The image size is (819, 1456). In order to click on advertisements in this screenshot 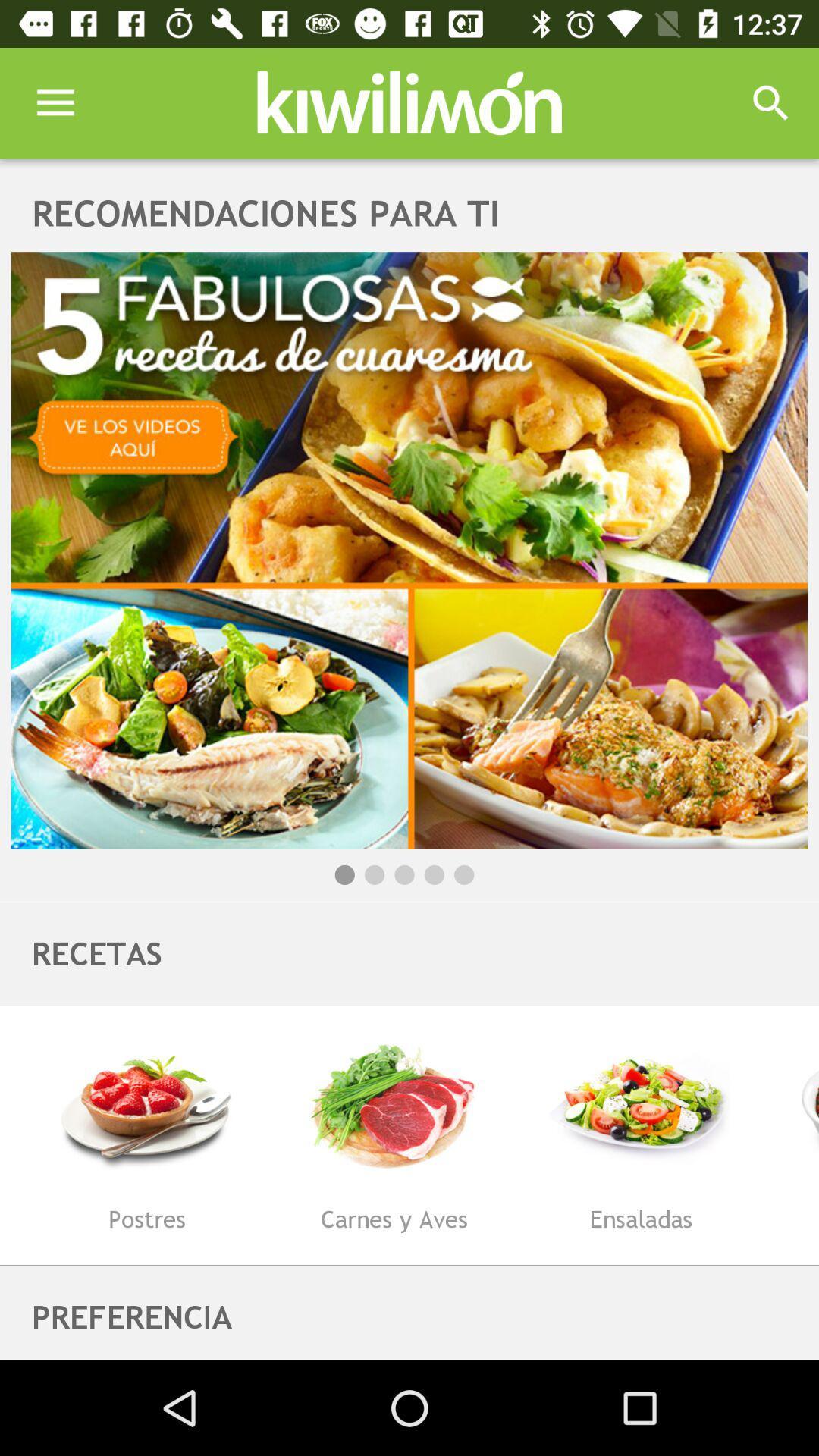, I will do `click(409, 549)`.